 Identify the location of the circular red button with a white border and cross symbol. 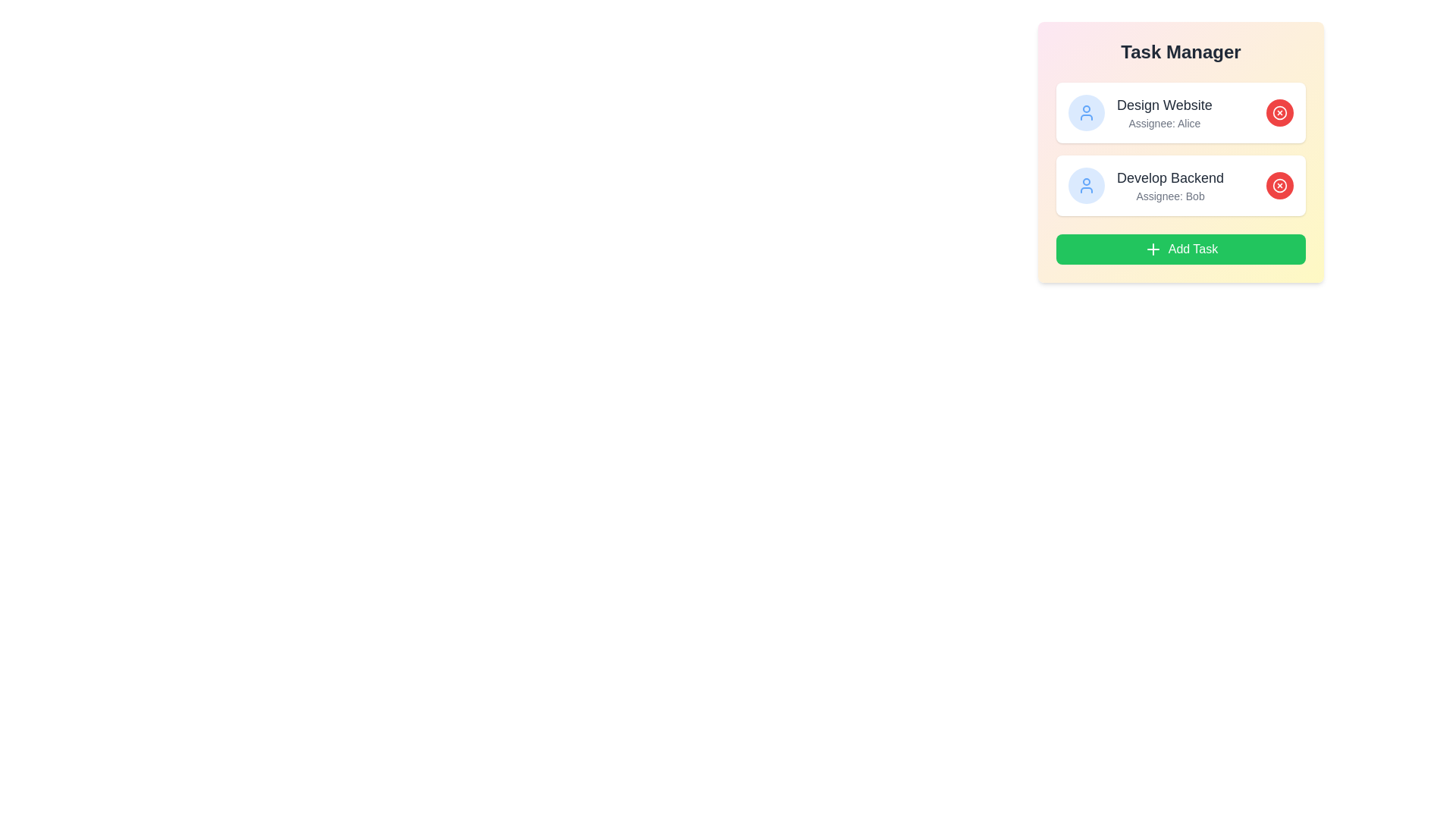
(1279, 185).